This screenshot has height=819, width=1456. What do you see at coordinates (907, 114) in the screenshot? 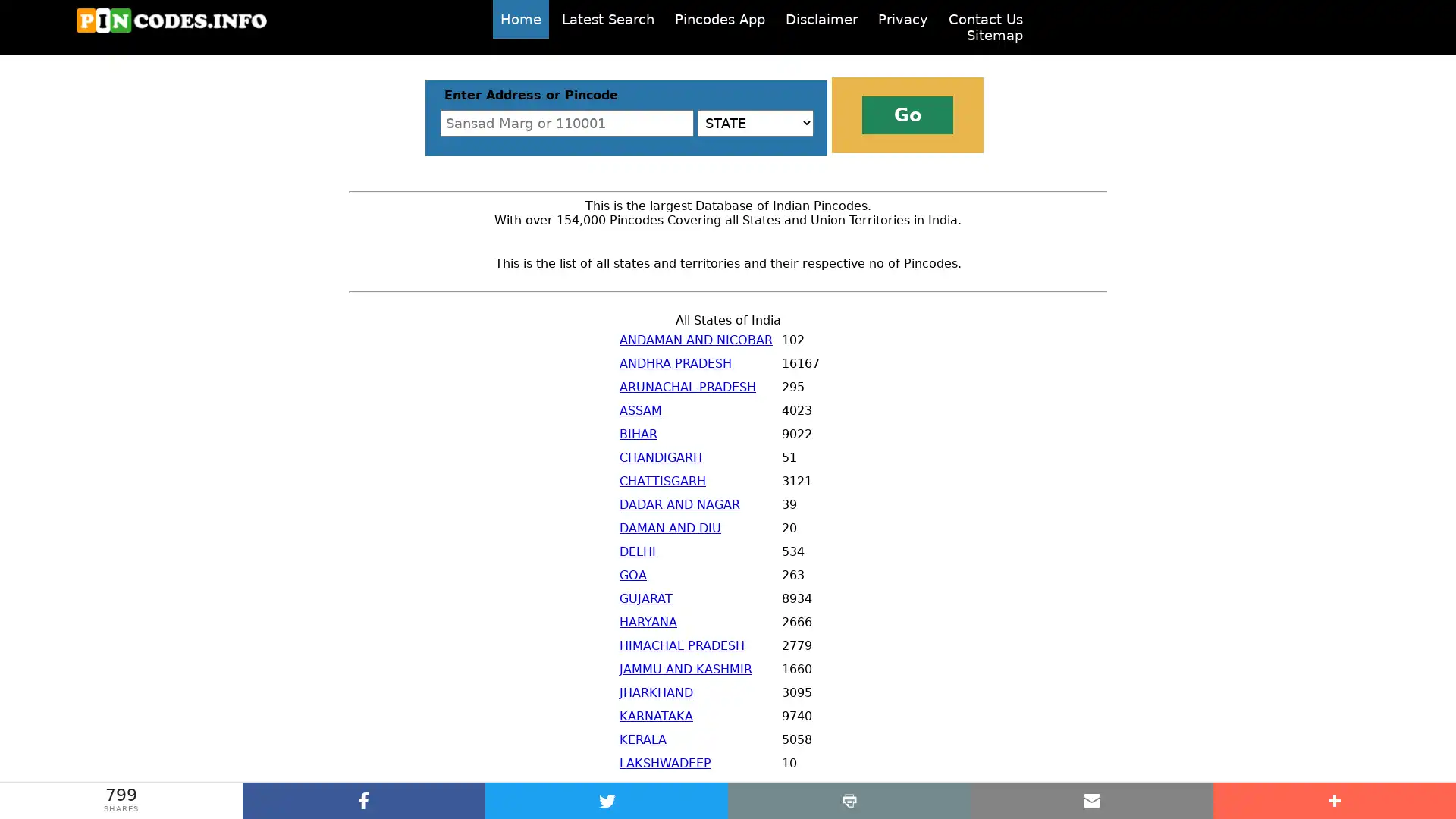
I see `Go` at bounding box center [907, 114].